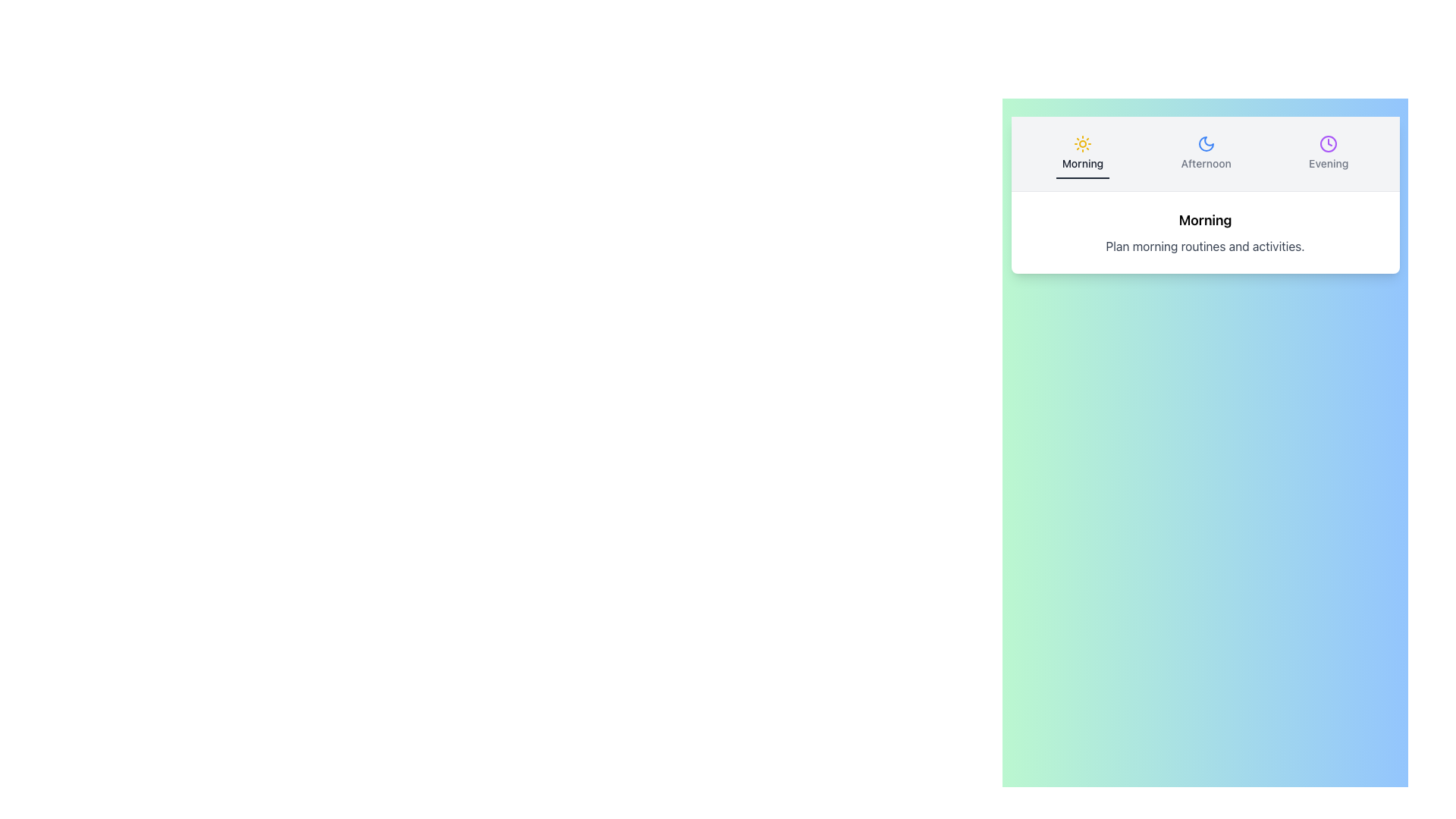 This screenshot has width=1456, height=819. I want to click on the informational text block located at the center-bottom part of the highlighted section within a card that displays information about the selected time period and its activities, so click(1204, 233).